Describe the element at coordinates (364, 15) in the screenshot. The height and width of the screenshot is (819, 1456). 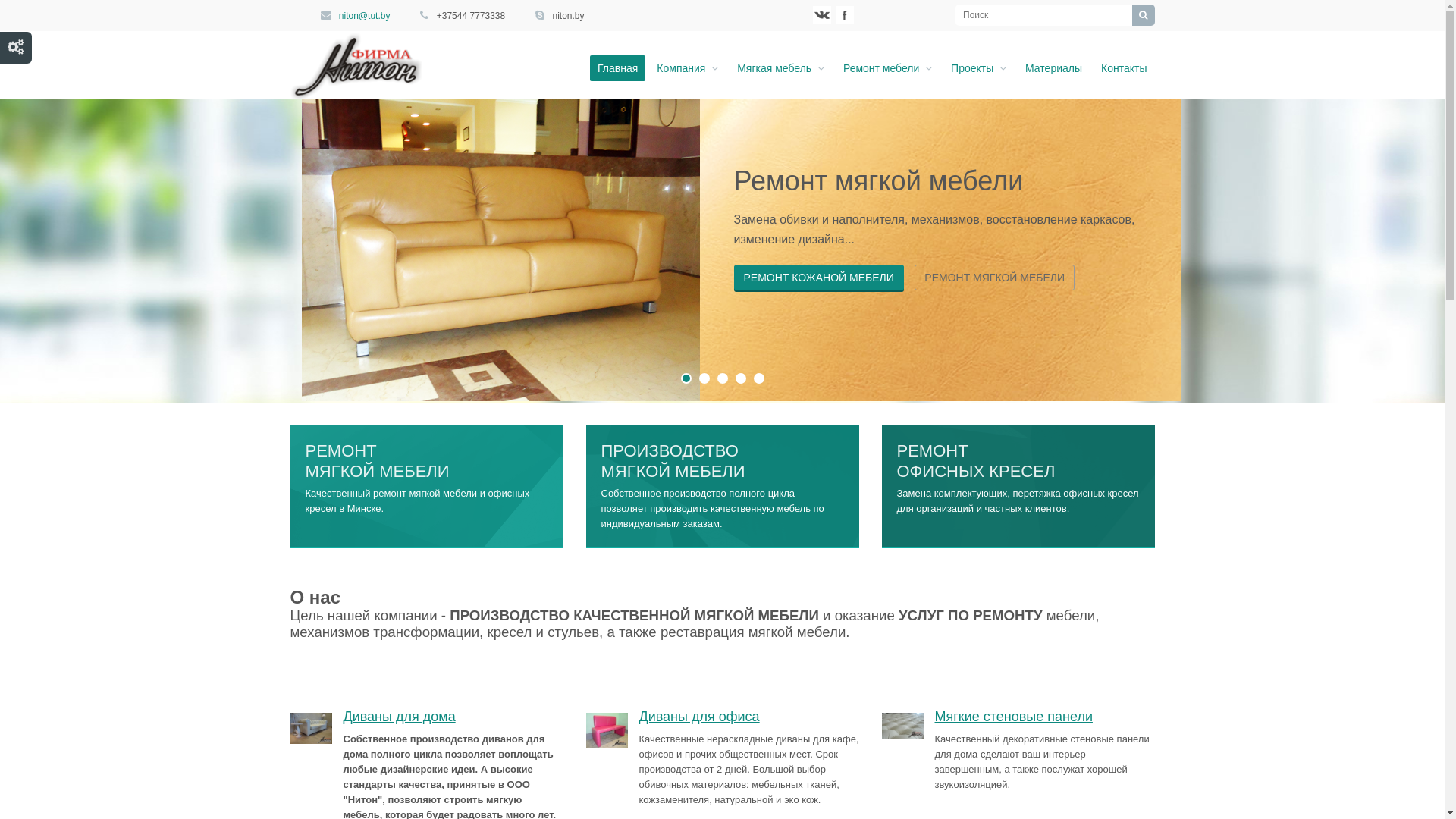
I see `'niton@tut.by'` at that location.